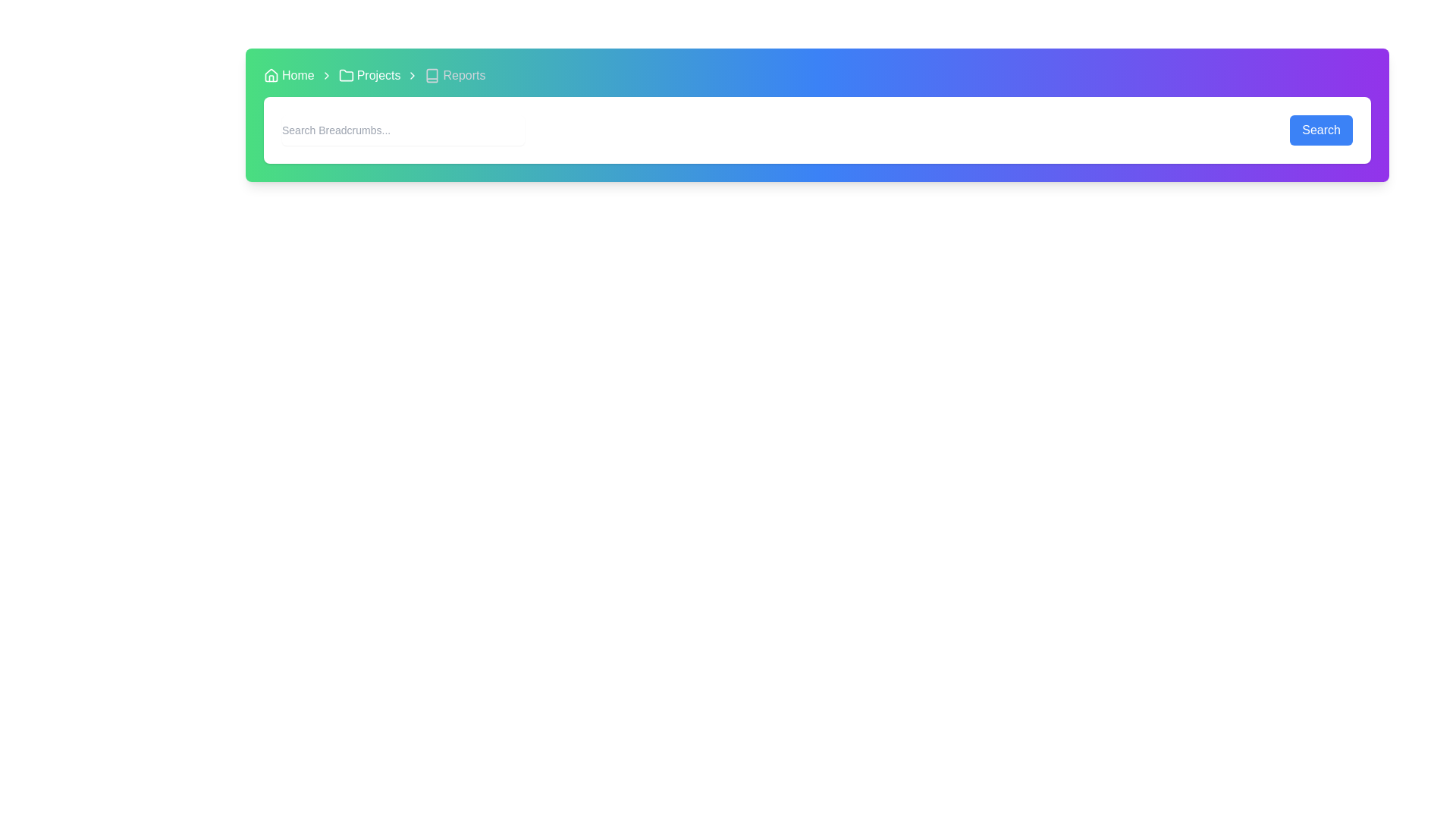 The width and height of the screenshot is (1456, 819). I want to click on the folder icon in the breadcrumb navigation bar, which is styled with a thin stroke line and located to the left of 'Projects', so click(345, 76).